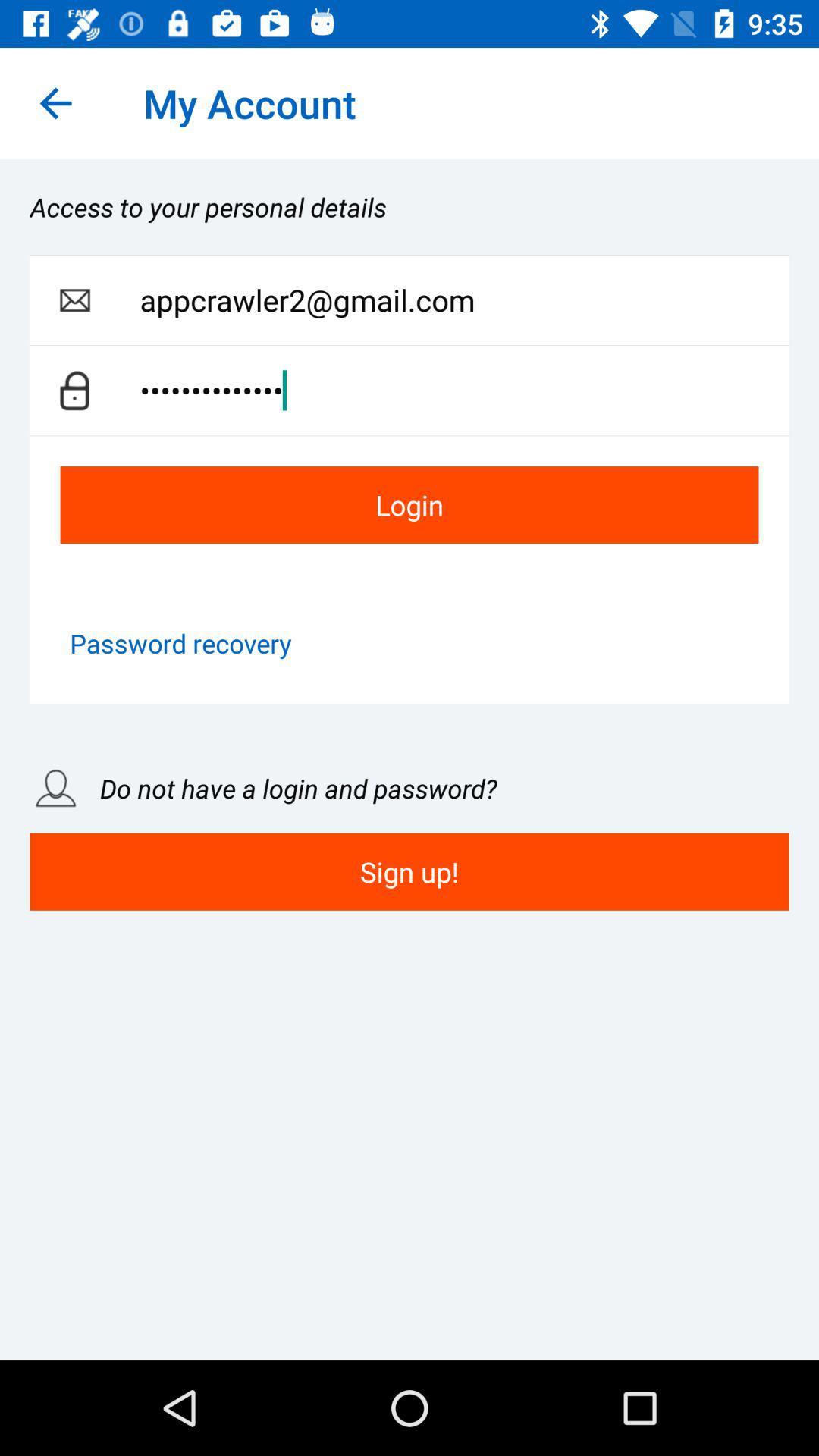 The height and width of the screenshot is (1456, 819). I want to click on the appcrawler2@gmail.com icon, so click(463, 300).